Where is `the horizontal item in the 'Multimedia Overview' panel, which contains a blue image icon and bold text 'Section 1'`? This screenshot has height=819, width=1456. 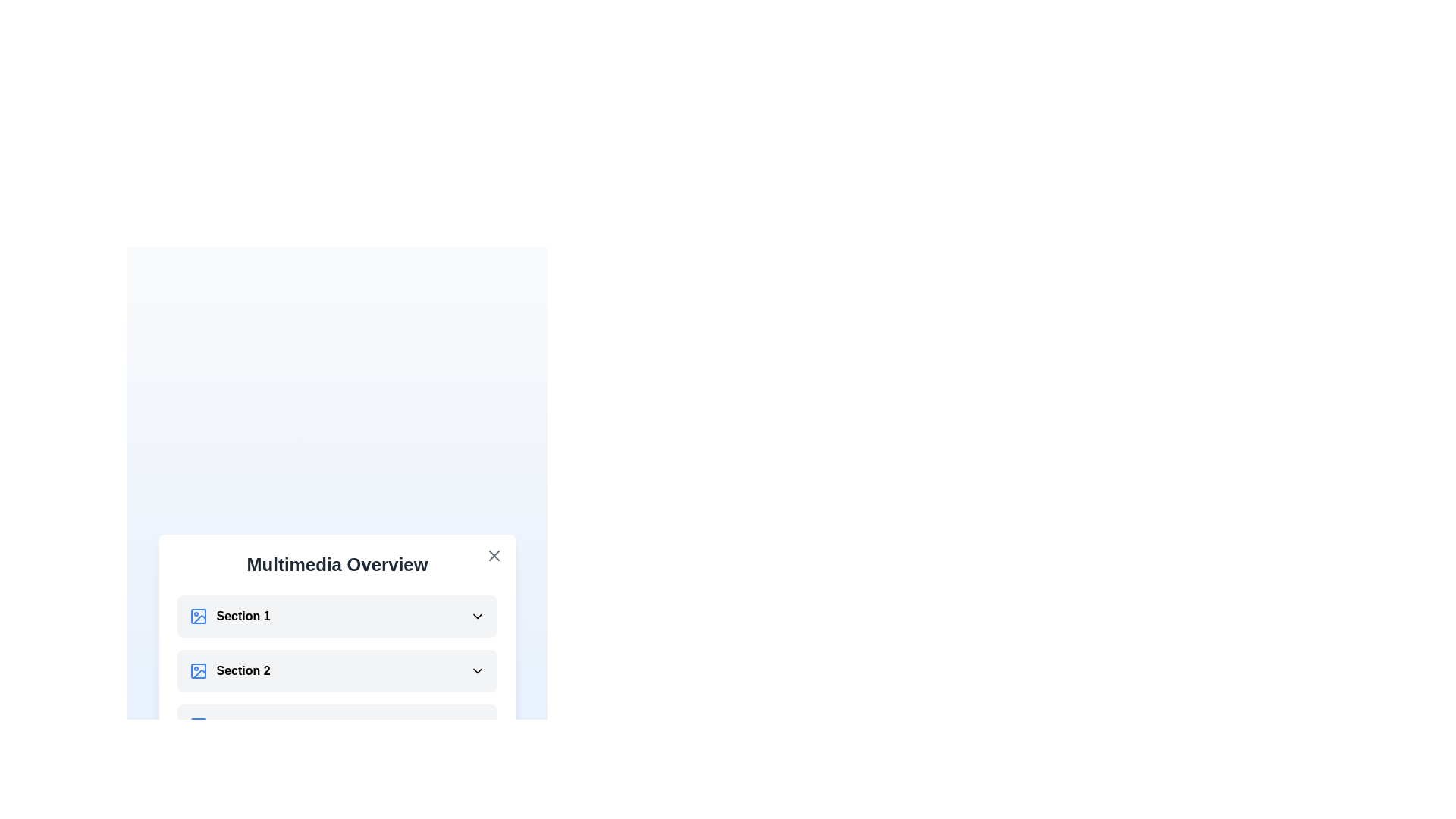
the horizontal item in the 'Multimedia Overview' panel, which contains a blue image icon and bold text 'Section 1' is located at coordinates (229, 617).